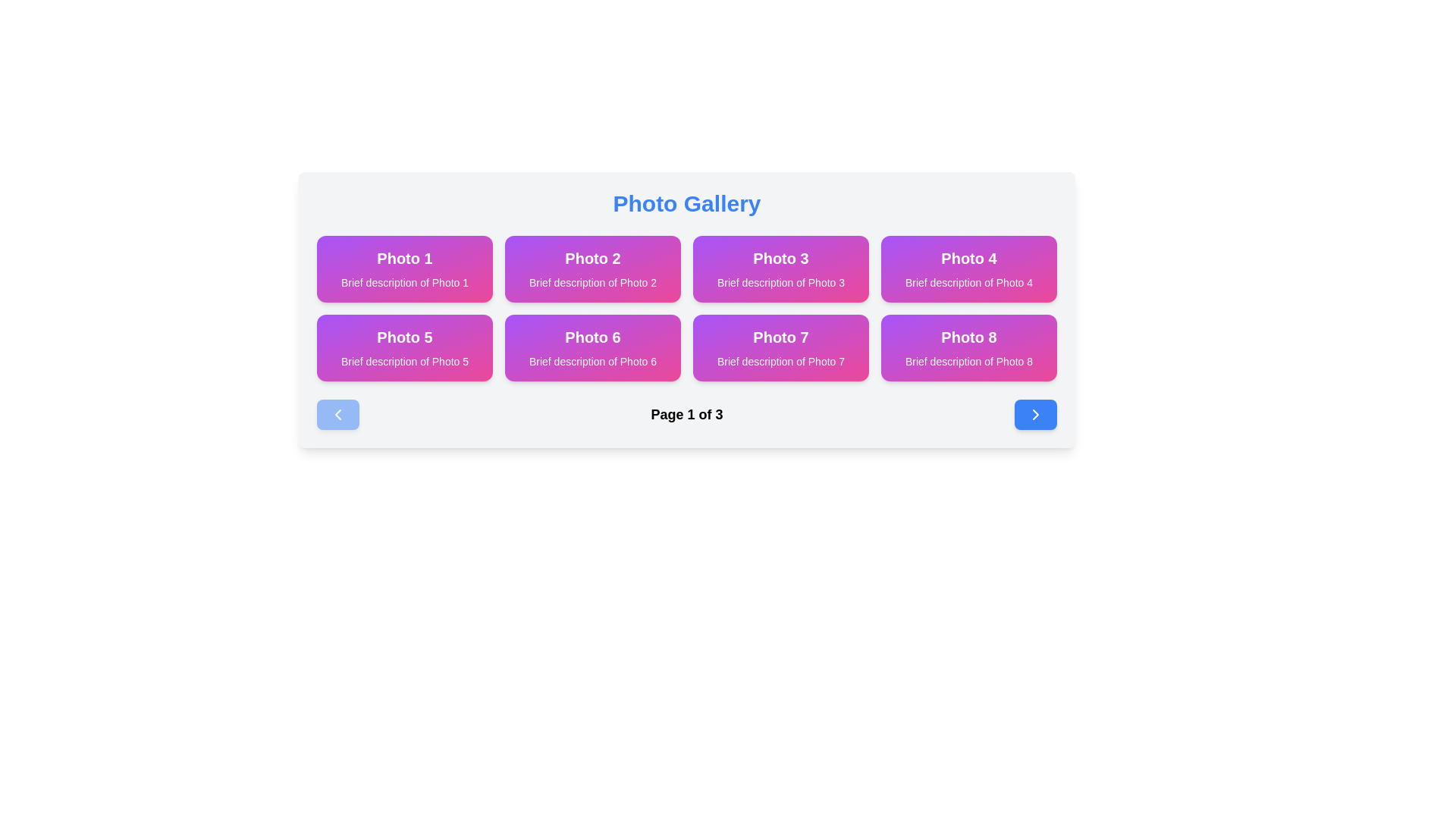  I want to click on text that serves as the title for the card labeled 'Photo 6', located at the top center of the card in the second row, second column of a 2x4 grid layout, so click(592, 336).